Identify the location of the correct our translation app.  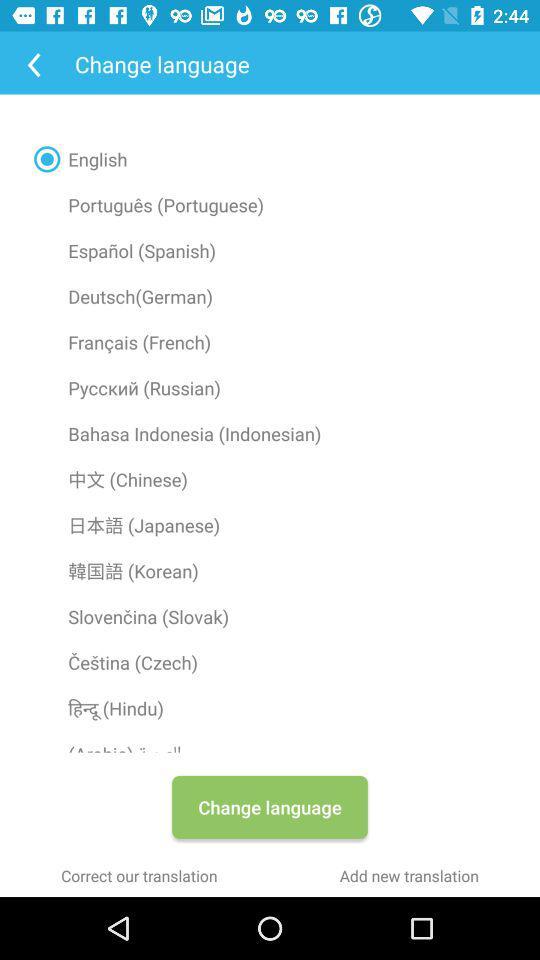
(138, 874).